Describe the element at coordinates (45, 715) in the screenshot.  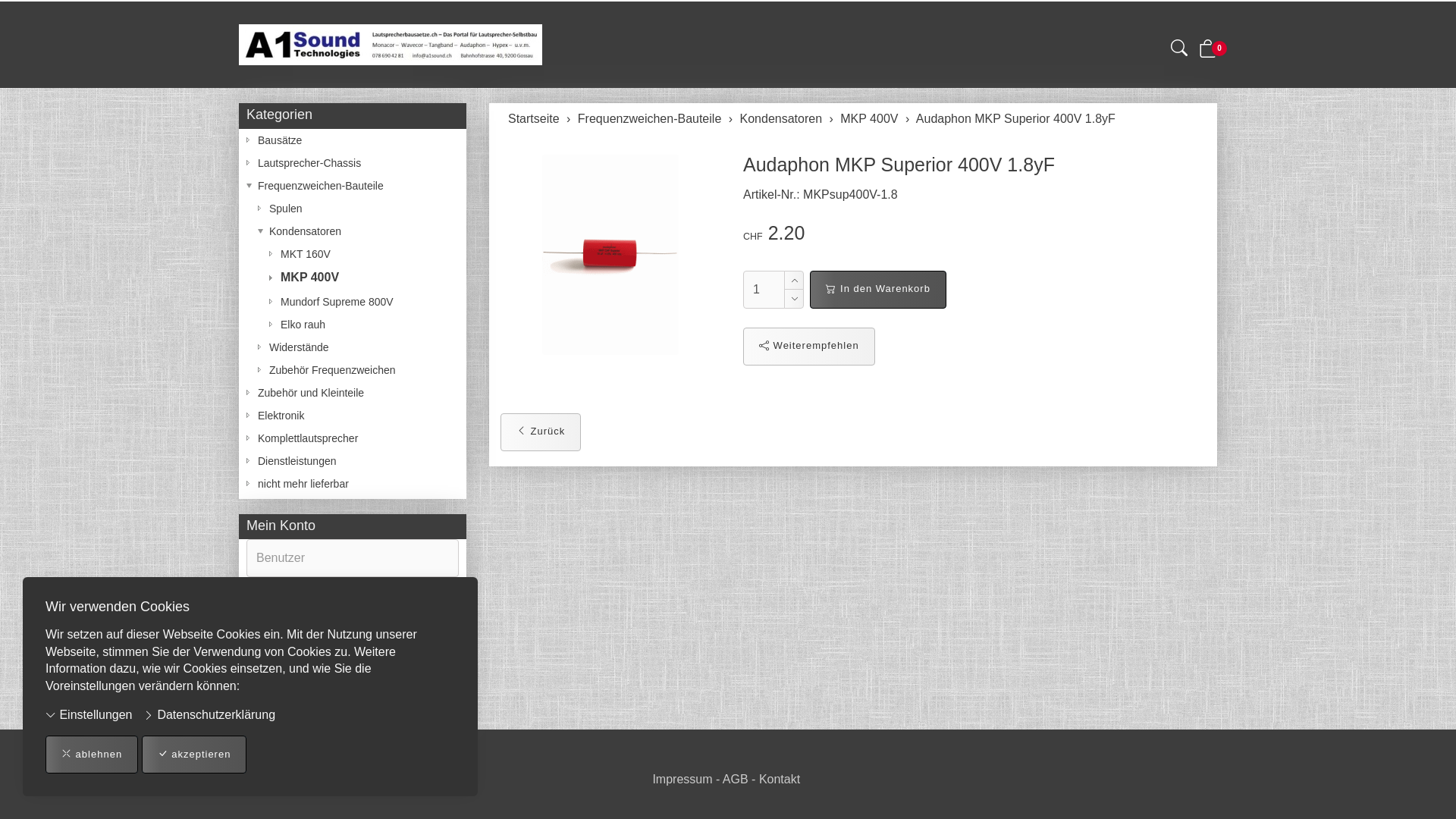
I see `'Einstellungen'` at that location.